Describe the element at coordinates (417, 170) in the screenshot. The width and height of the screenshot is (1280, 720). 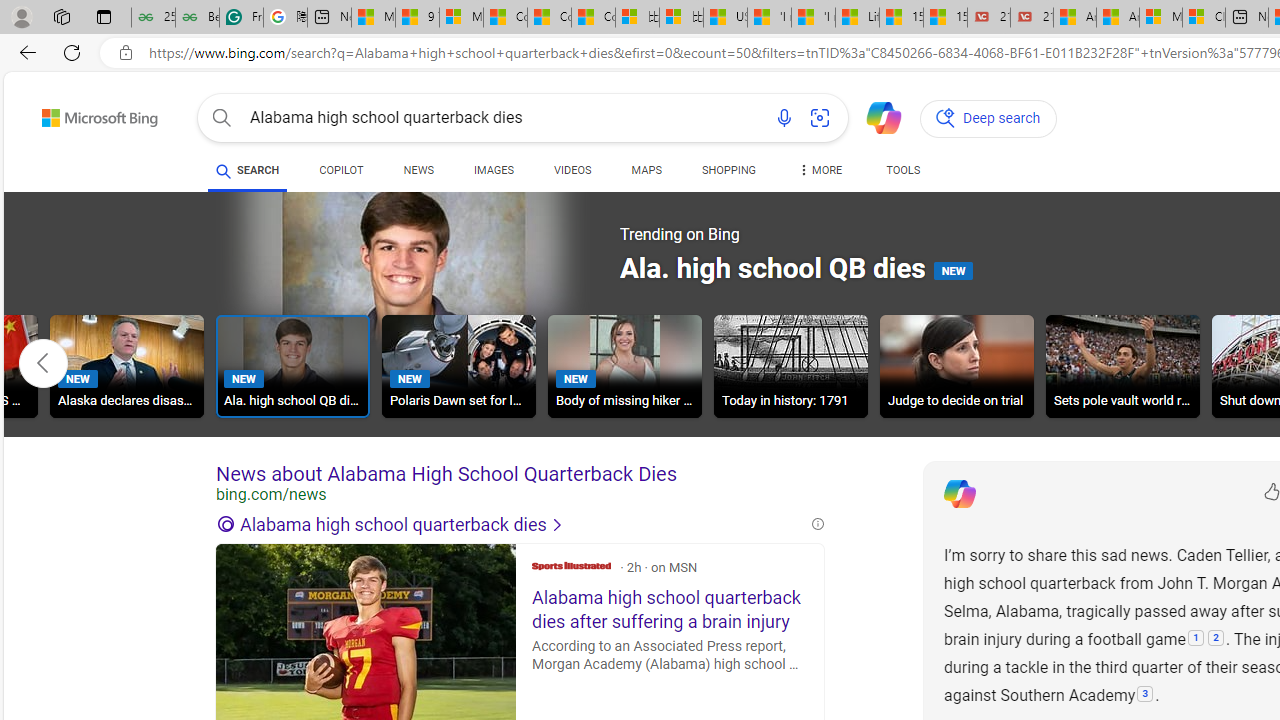
I see `'NEWS'` at that location.